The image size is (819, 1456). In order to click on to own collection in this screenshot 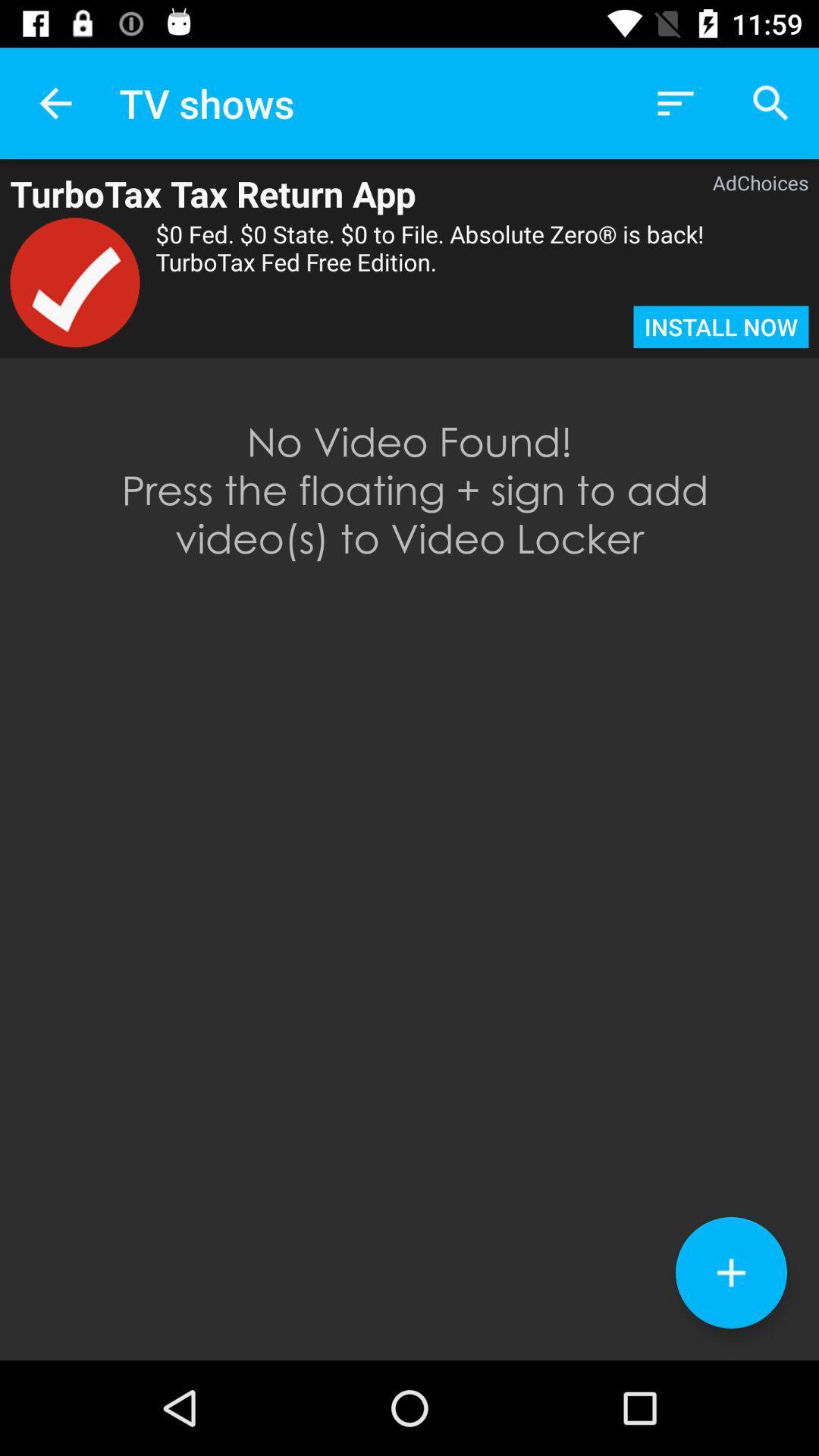, I will do `click(730, 1272)`.